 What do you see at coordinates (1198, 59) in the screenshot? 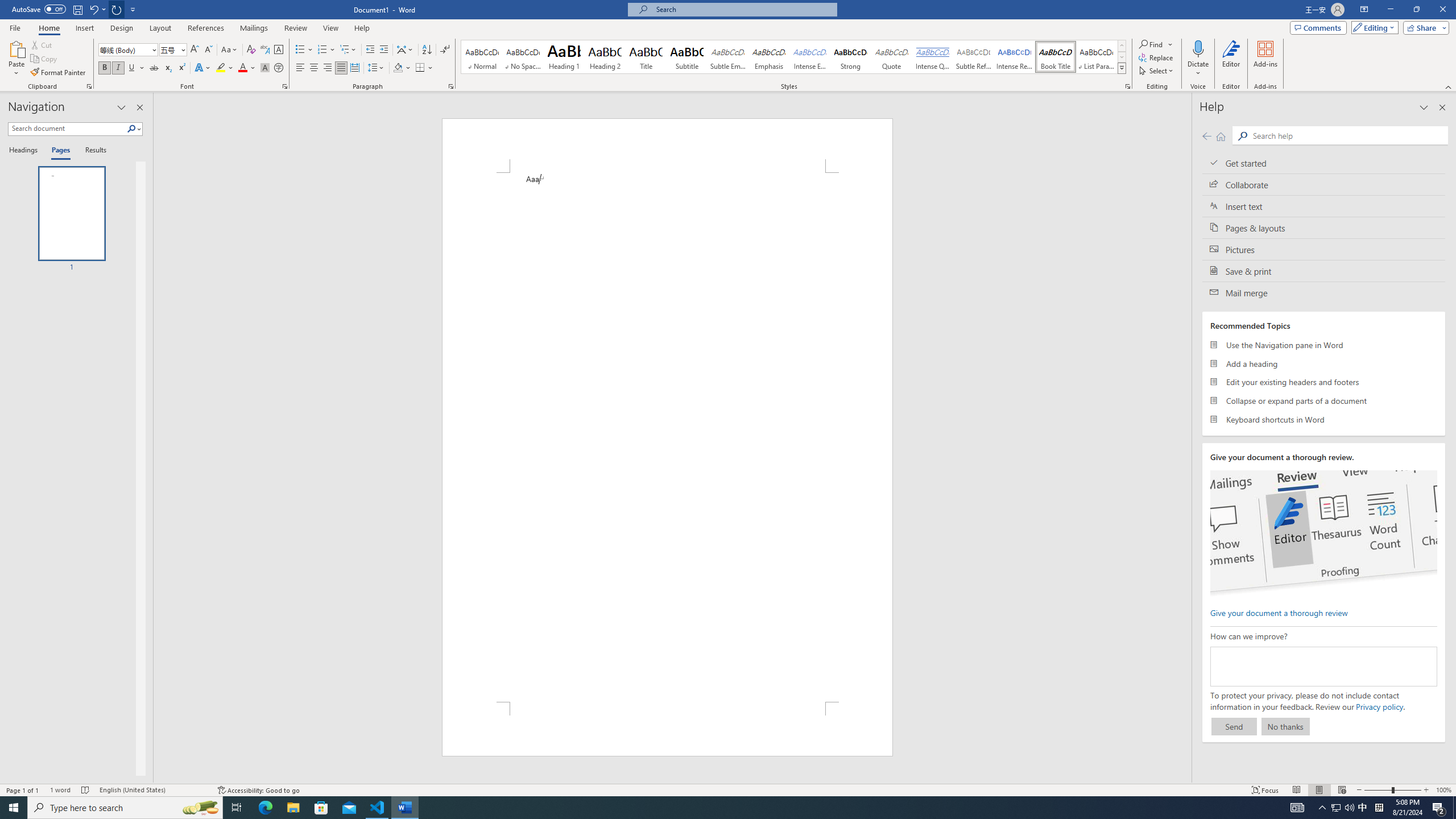
I see `'Dictate'` at bounding box center [1198, 59].